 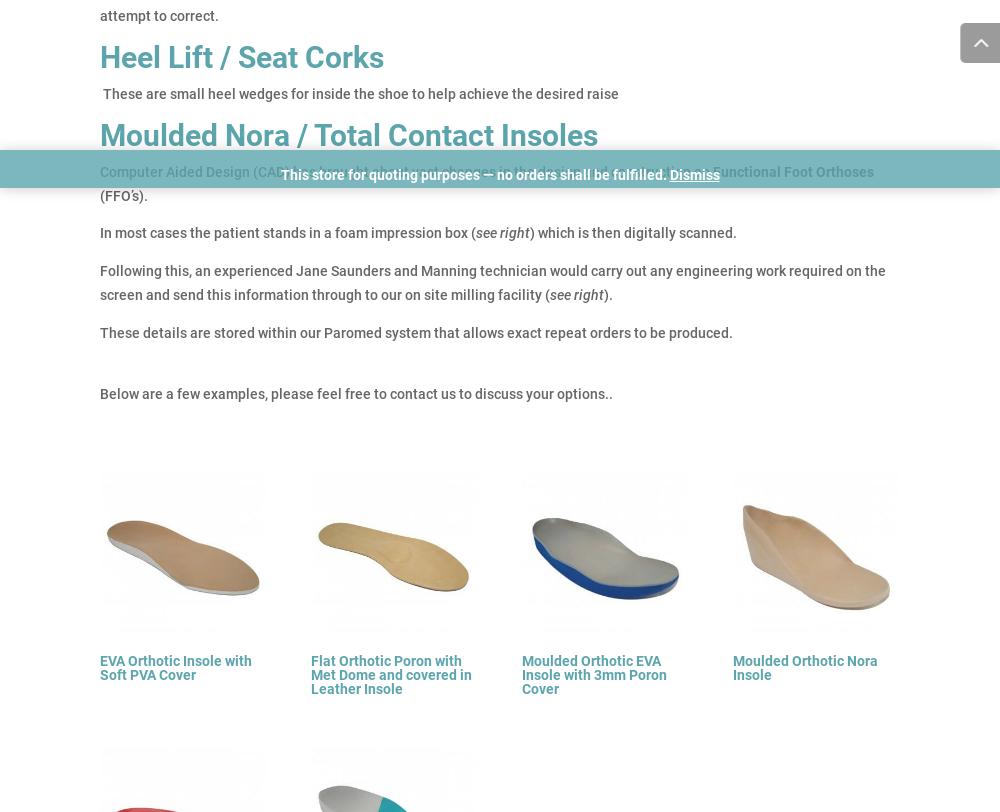 I want to click on '.', so click(x=610, y=393).